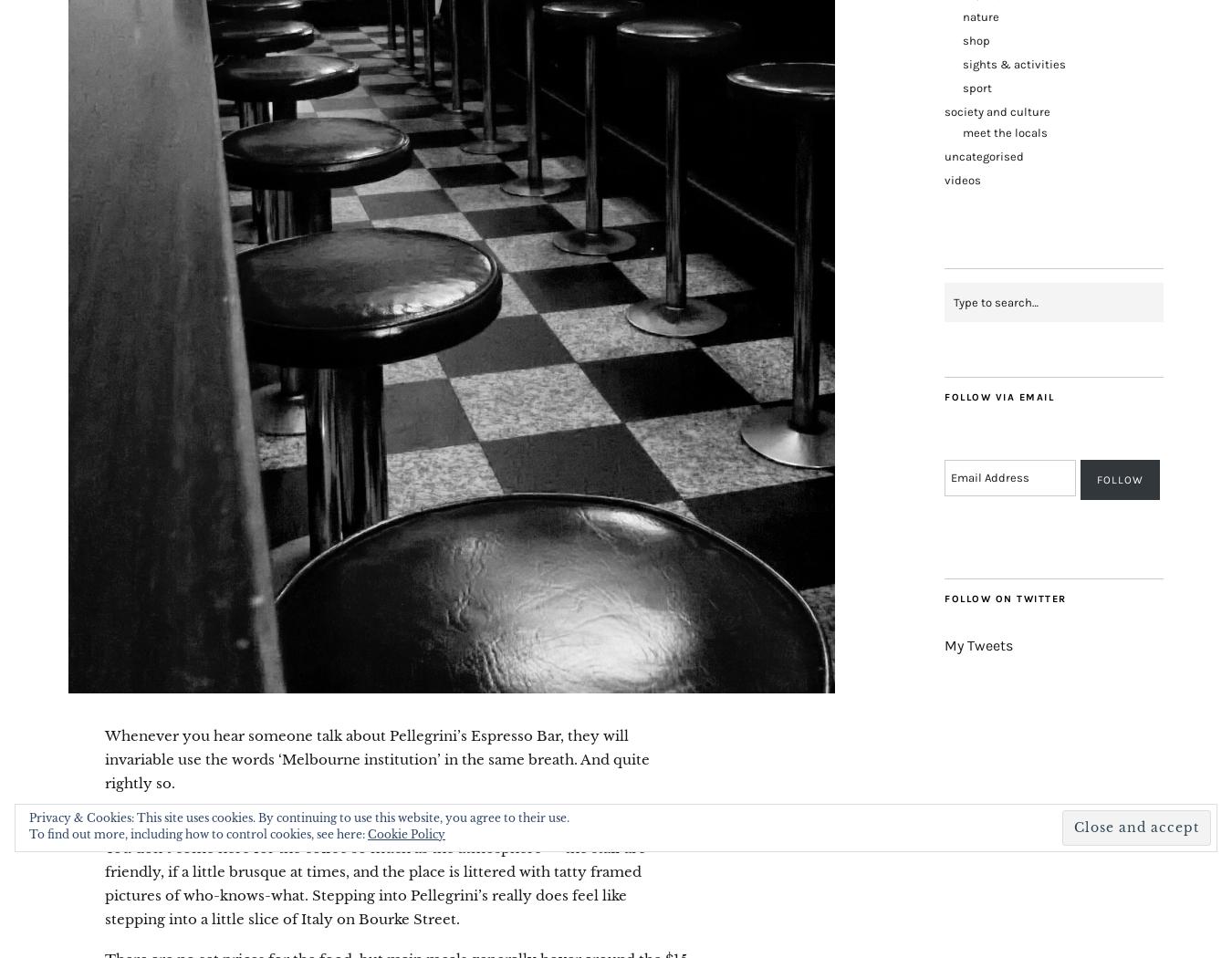  Describe the element at coordinates (406, 834) in the screenshot. I see `'Cookie Policy'` at that location.